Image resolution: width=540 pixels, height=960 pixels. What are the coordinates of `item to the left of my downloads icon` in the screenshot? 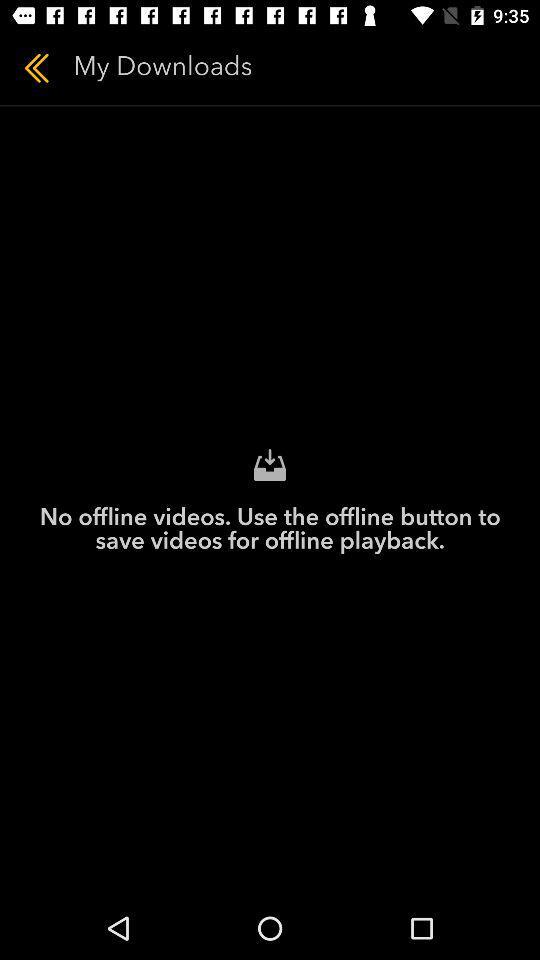 It's located at (36, 68).